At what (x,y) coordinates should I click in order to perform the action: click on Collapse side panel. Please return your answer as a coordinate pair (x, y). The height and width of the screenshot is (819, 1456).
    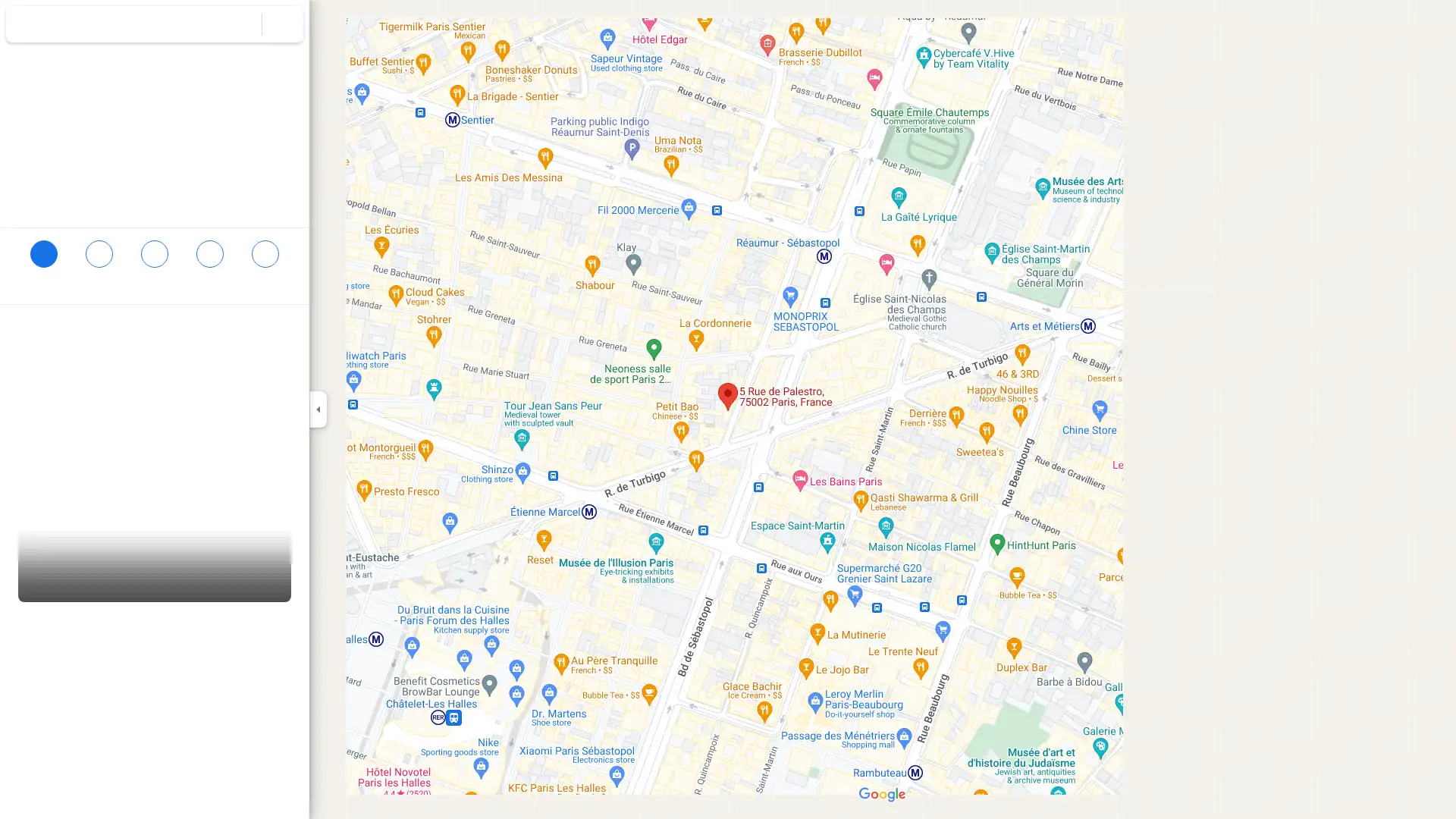
    Looking at the image, I should click on (317, 409).